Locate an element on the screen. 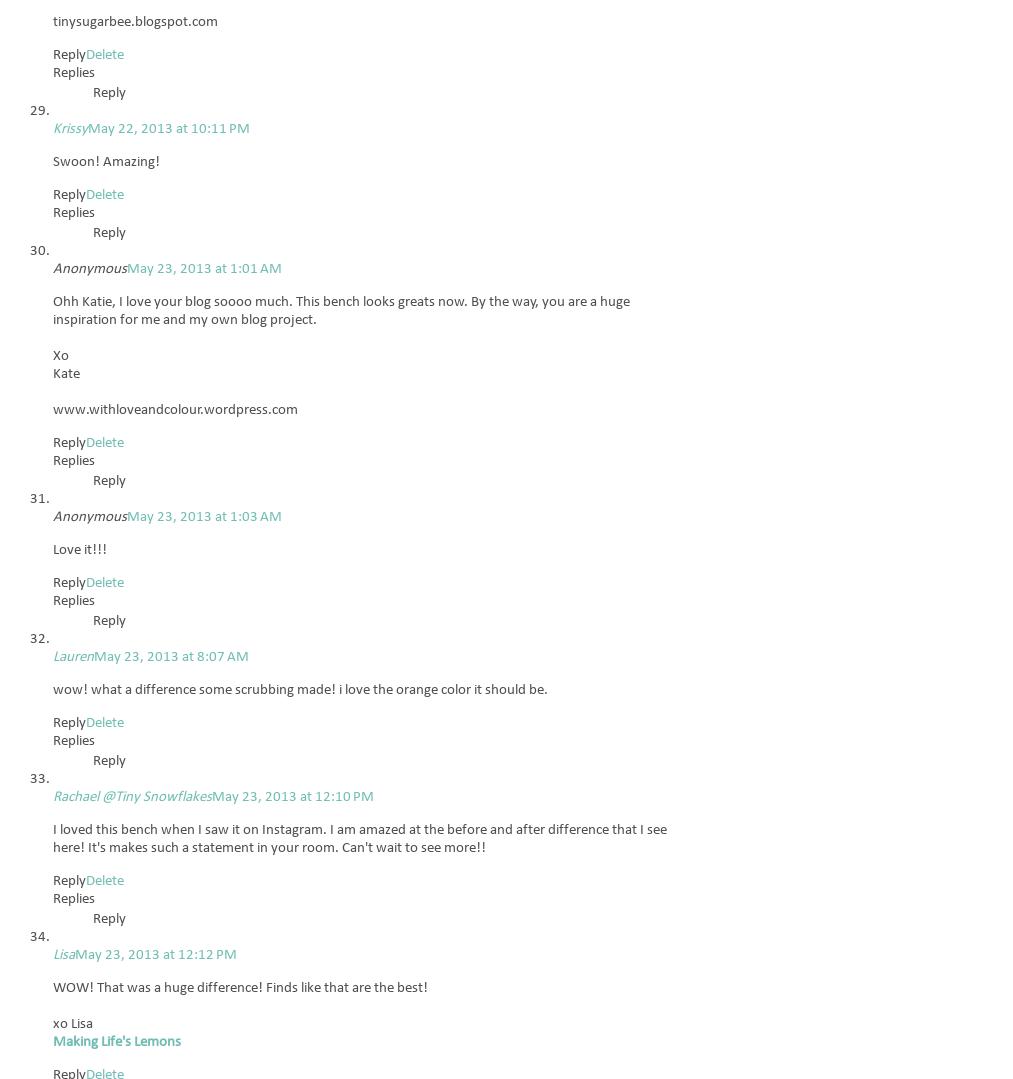  'Rachael @Tiny Snowflakes' is located at coordinates (132, 796).